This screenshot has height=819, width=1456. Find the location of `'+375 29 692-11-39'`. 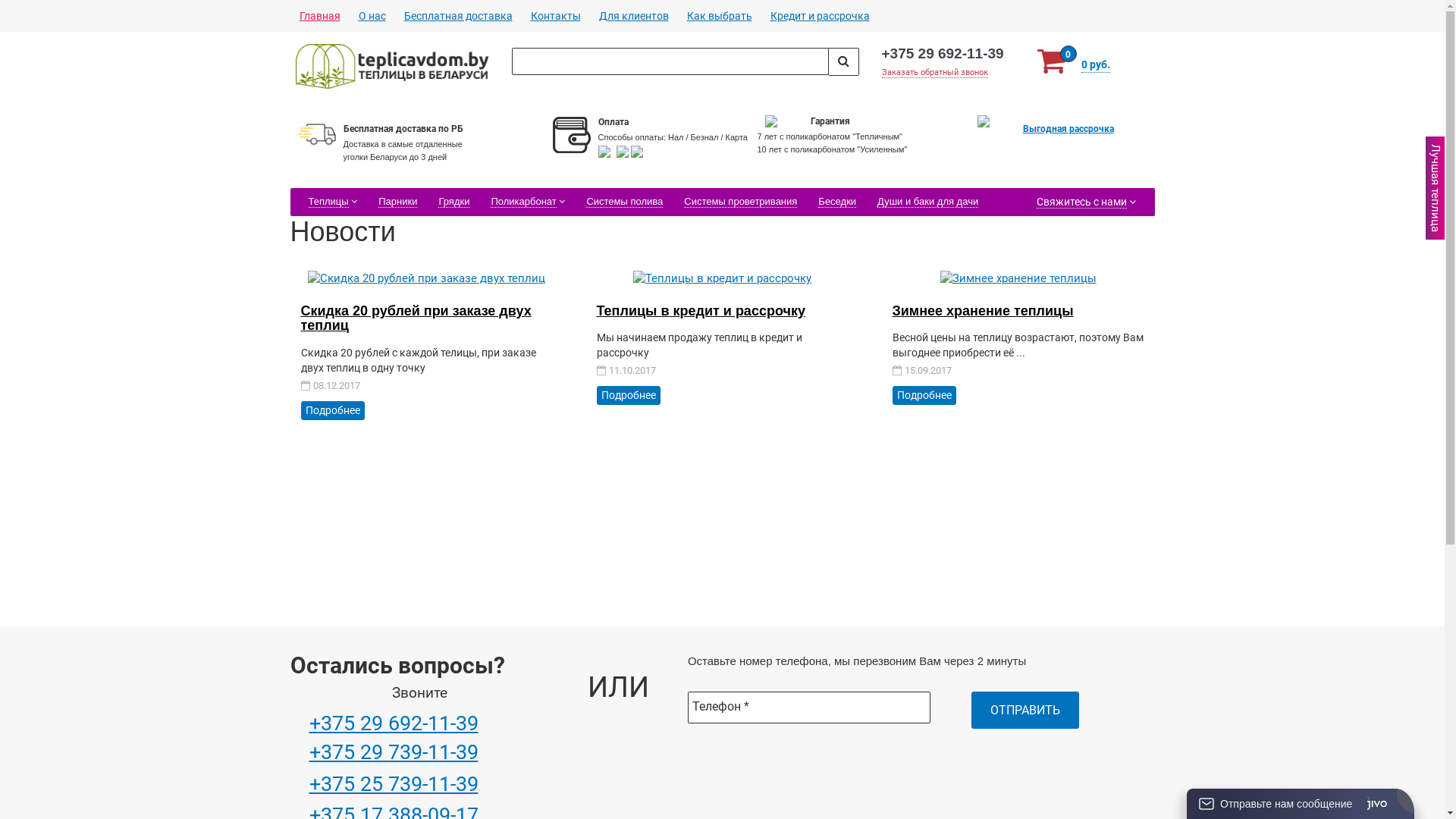

'+375 29 692-11-39' is located at coordinates (394, 722).